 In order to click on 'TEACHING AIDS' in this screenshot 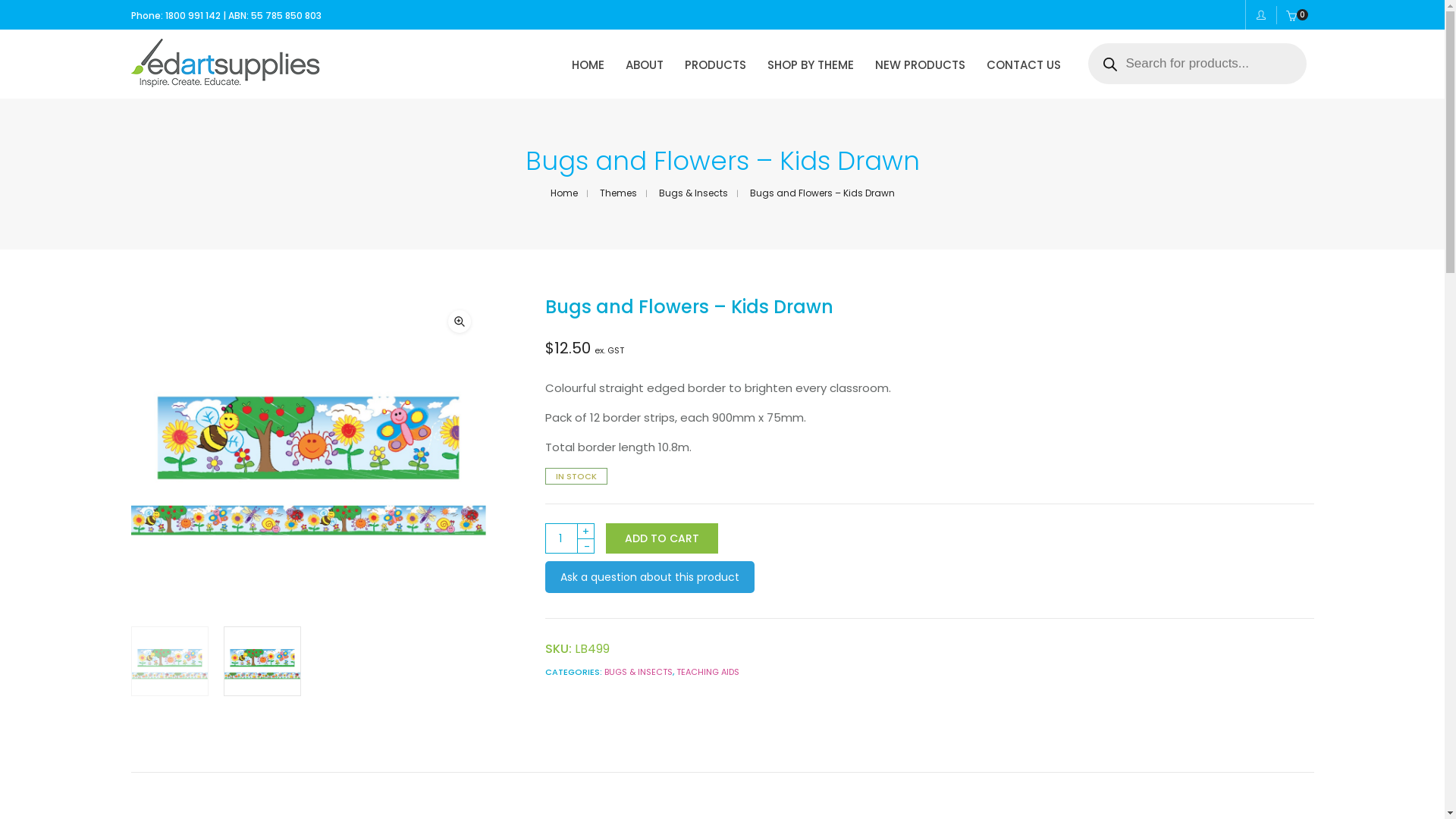, I will do `click(707, 671)`.